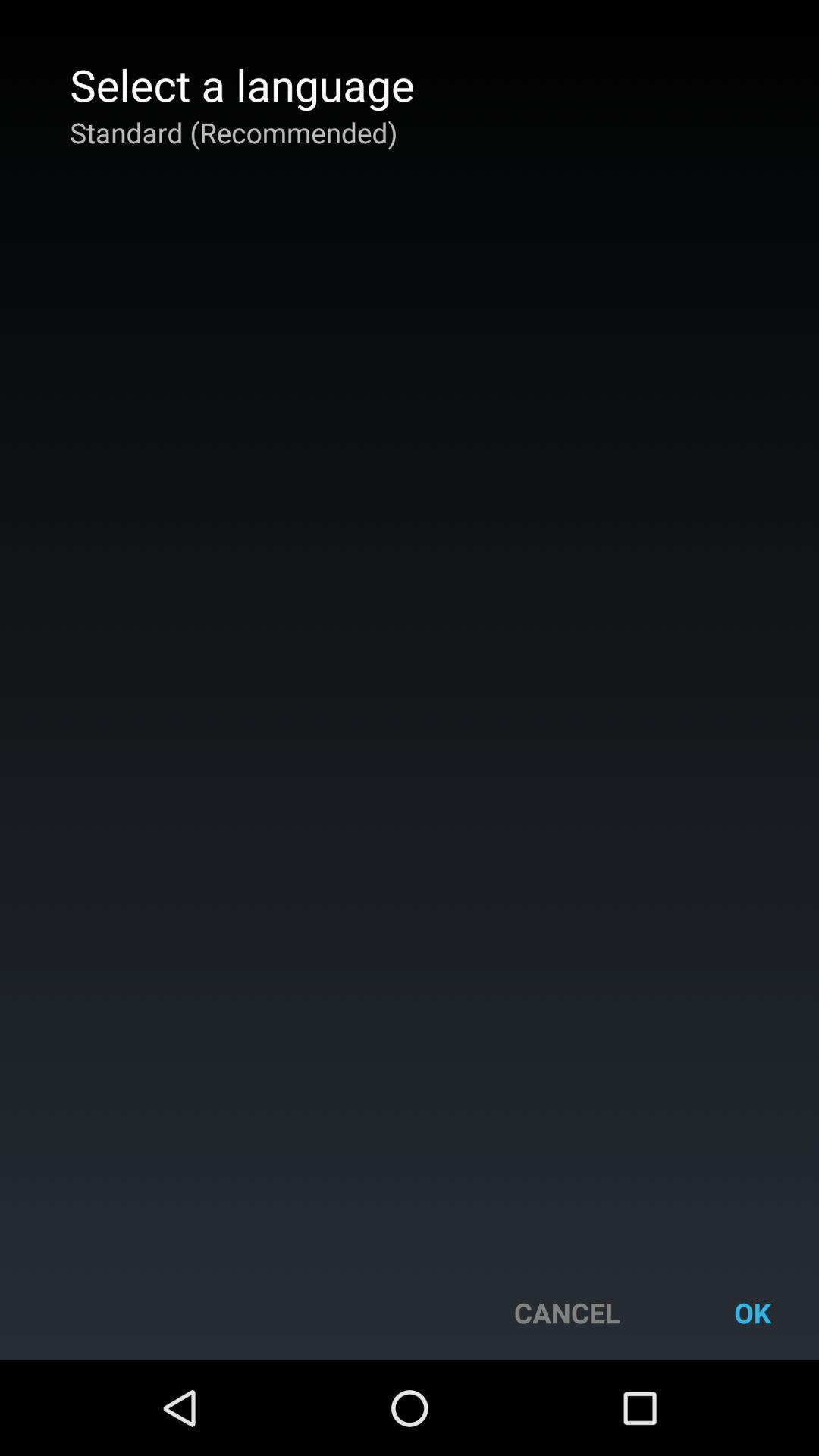 The image size is (819, 1456). I want to click on the app below the select a language app, so click(234, 132).